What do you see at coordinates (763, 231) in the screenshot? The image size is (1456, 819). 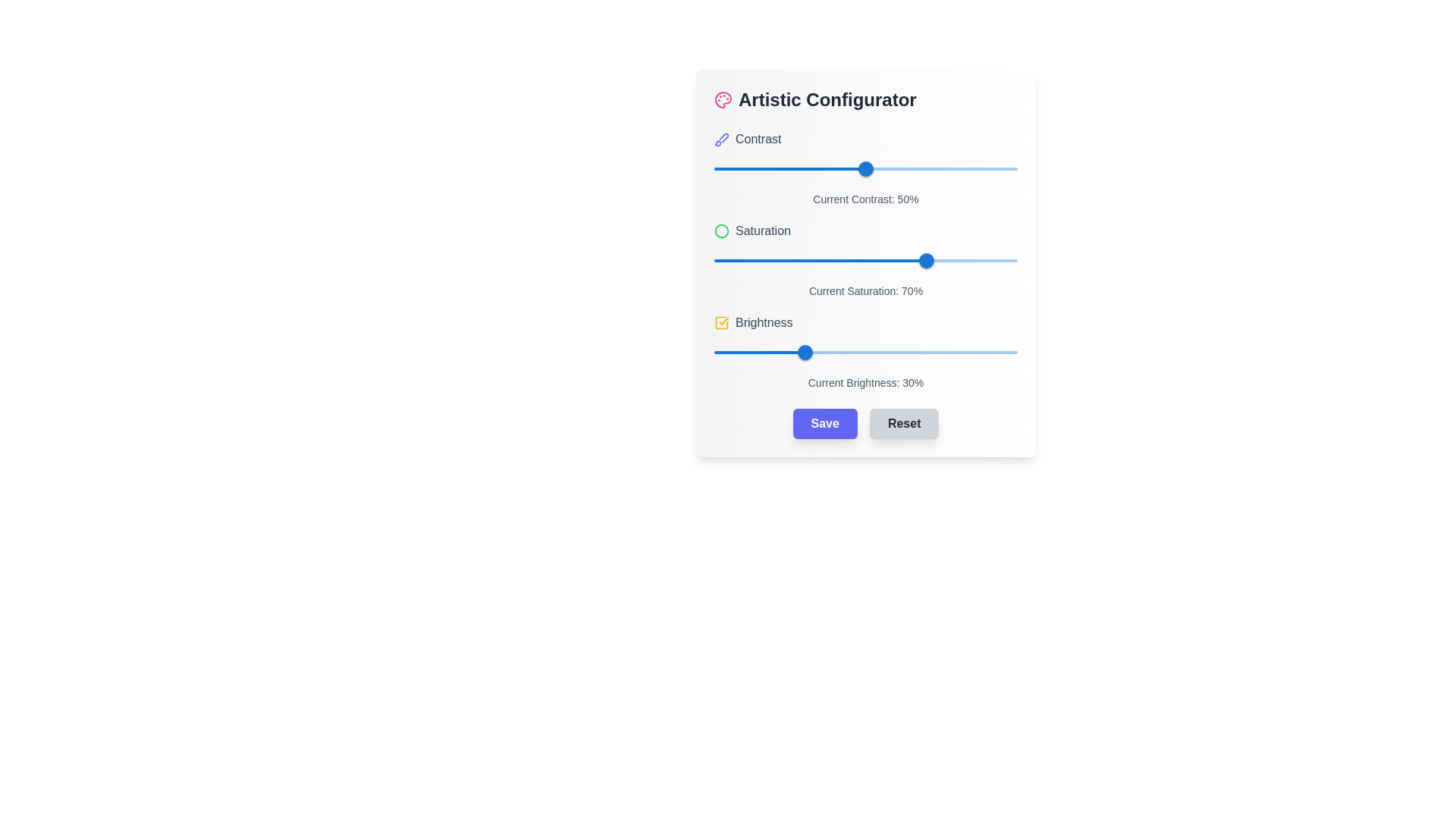 I see `the 'Saturation' label, which is gray, medium-weight, and positioned to the right of a circular green icon, to trigger potential tooltips` at bounding box center [763, 231].